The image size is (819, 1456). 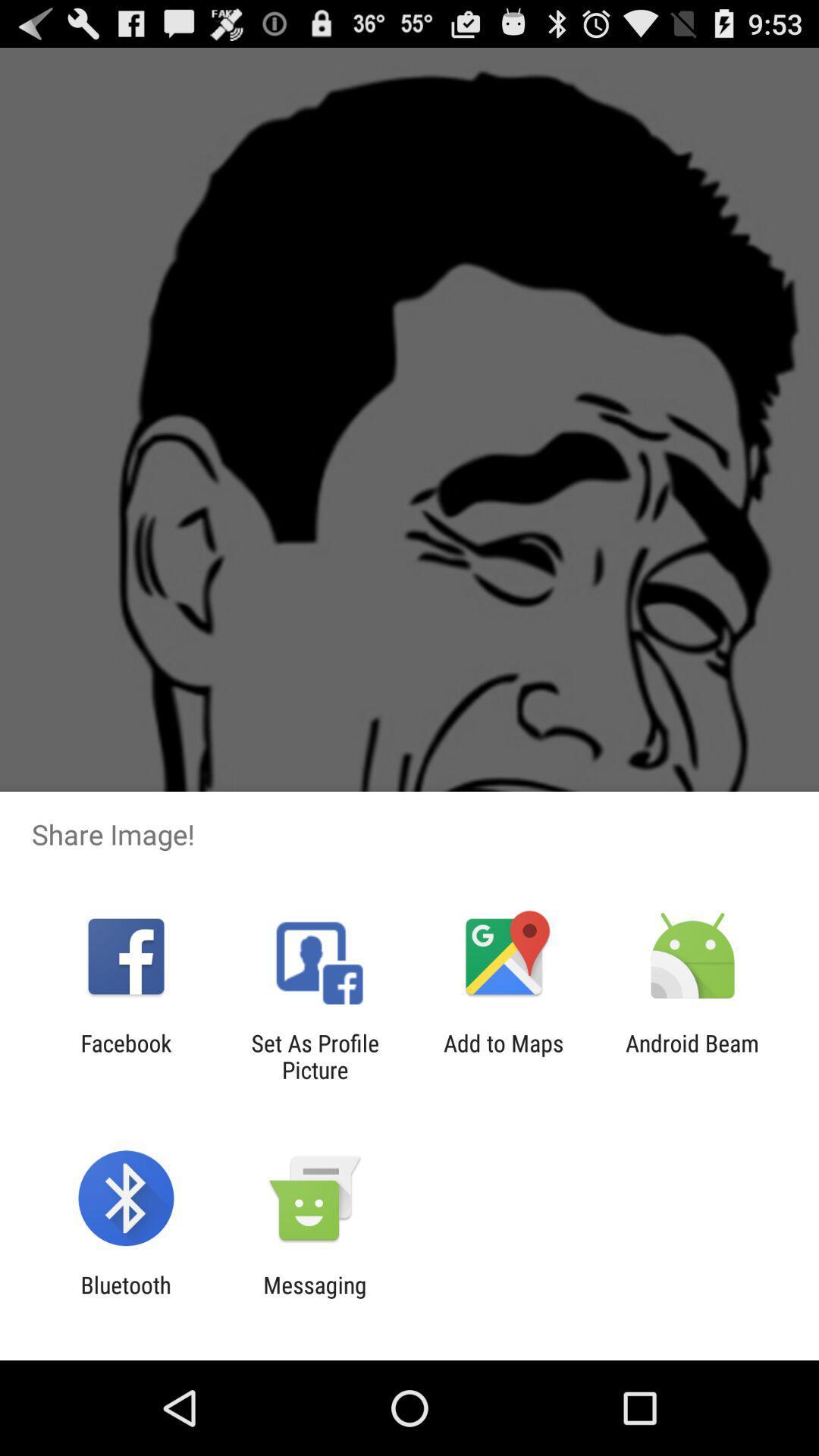 What do you see at coordinates (504, 1056) in the screenshot?
I see `the app to the right of set as profile app` at bounding box center [504, 1056].